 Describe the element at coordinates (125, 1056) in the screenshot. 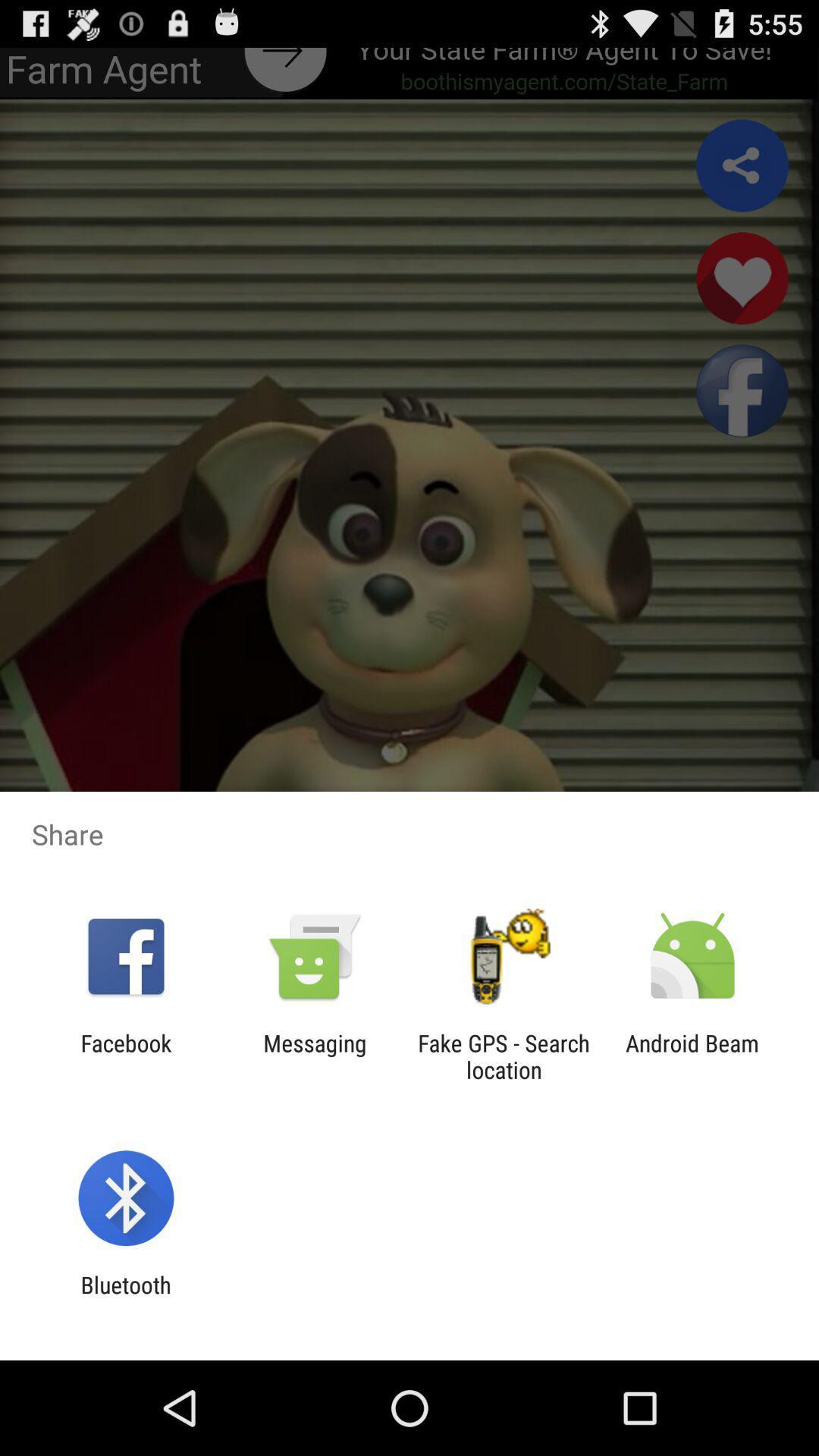

I see `facebook` at that location.